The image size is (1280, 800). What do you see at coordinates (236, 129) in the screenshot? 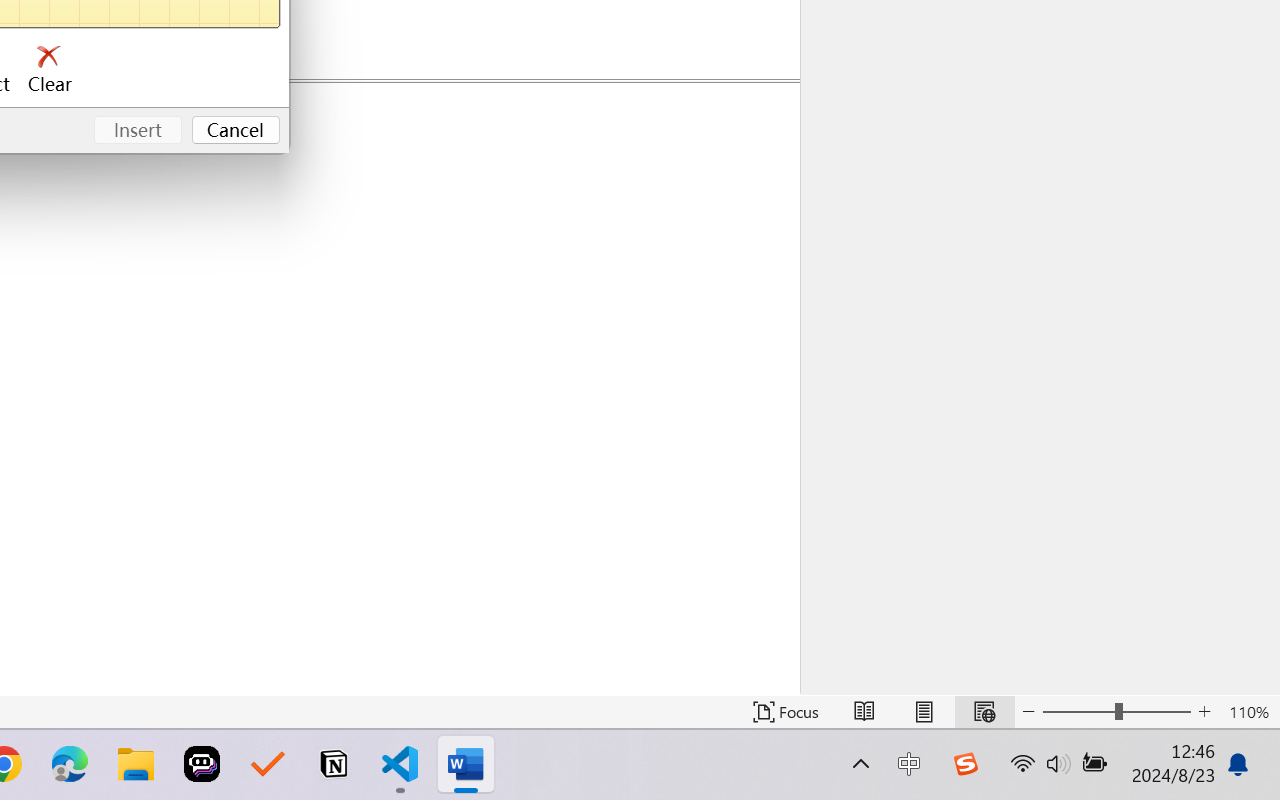
I see `'Cancel'` at bounding box center [236, 129].